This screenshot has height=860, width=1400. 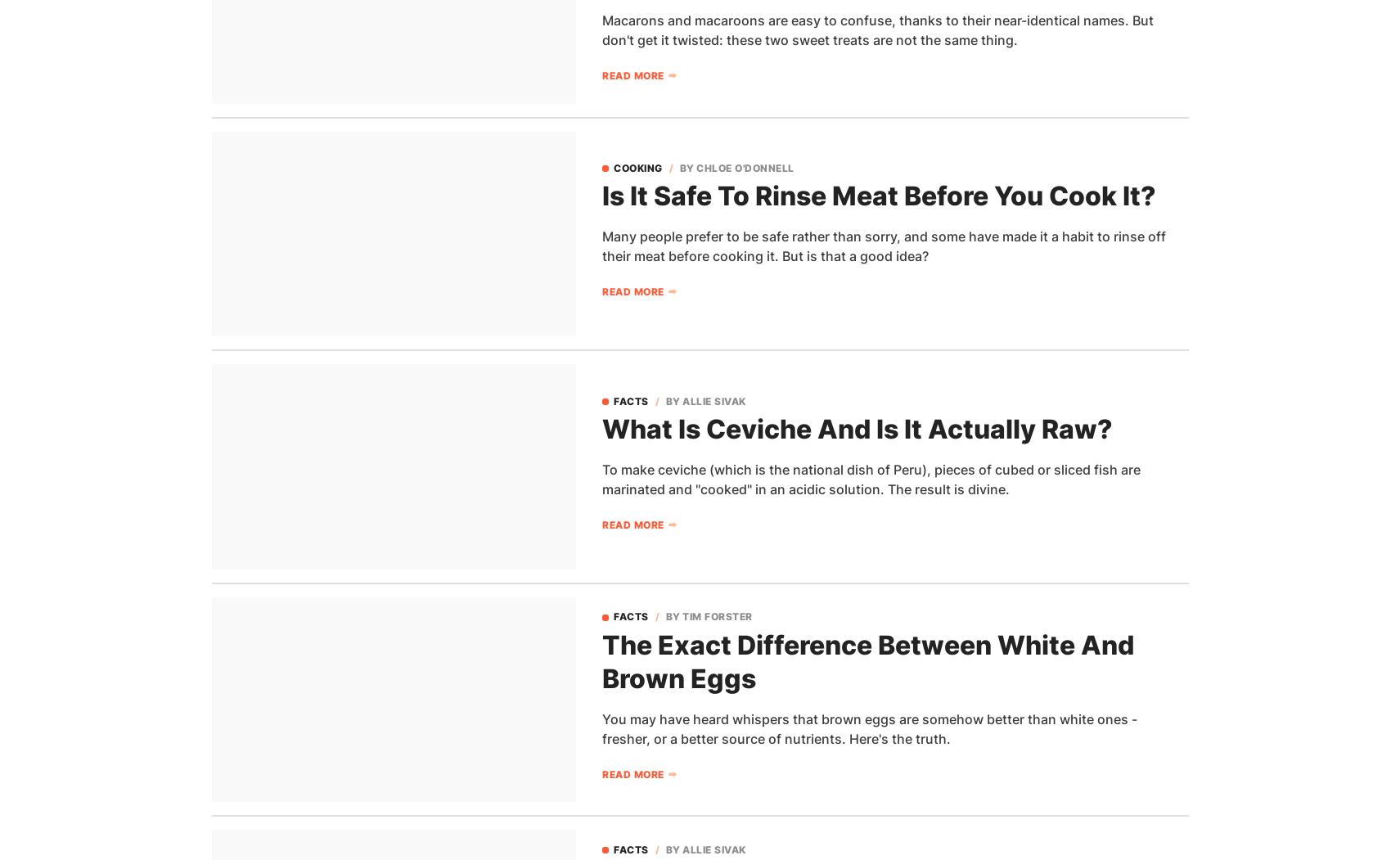 I want to click on 'Is It Safe To Rinse Meat Before You Cook It?', so click(x=879, y=195).